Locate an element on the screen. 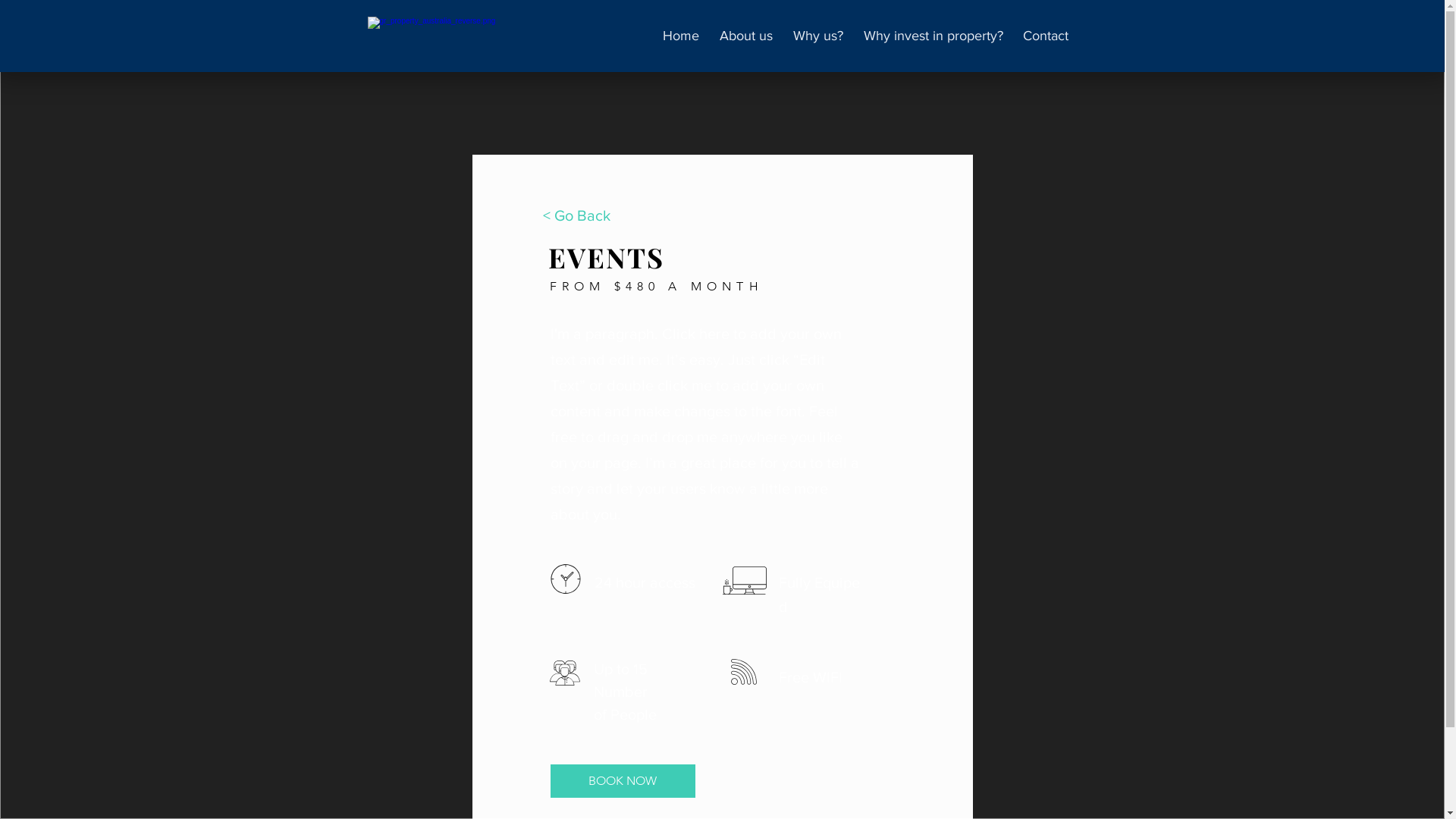 The width and height of the screenshot is (1456, 819). 'BOOK NOW' is located at coordinates (623, 780).